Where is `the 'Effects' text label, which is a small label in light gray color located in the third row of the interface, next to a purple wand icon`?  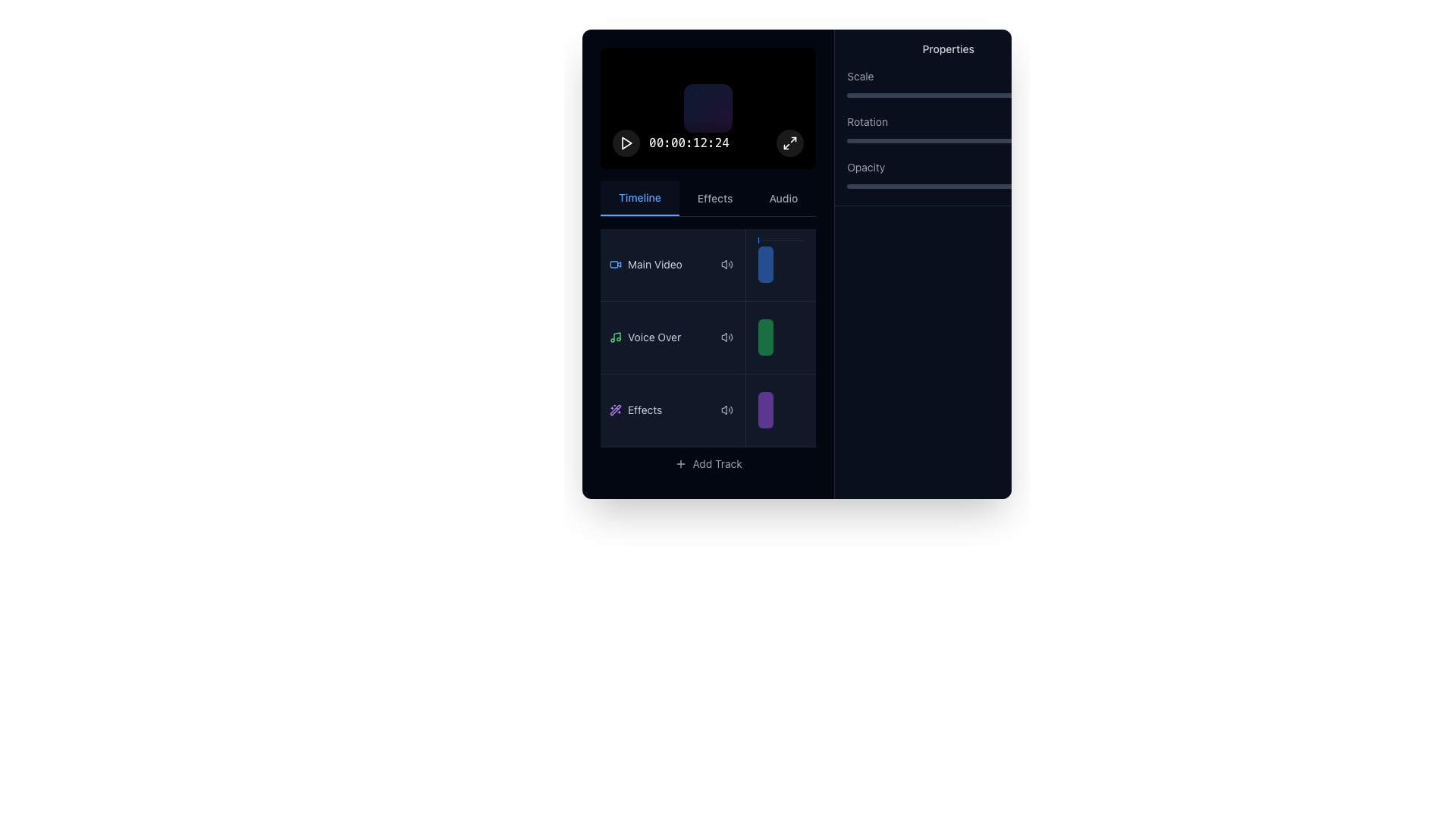
the 'Effects' text label, which is a small label in light gray color located in the third row of the interface, next to a purple wand icon is located at coordinates (645, 410).